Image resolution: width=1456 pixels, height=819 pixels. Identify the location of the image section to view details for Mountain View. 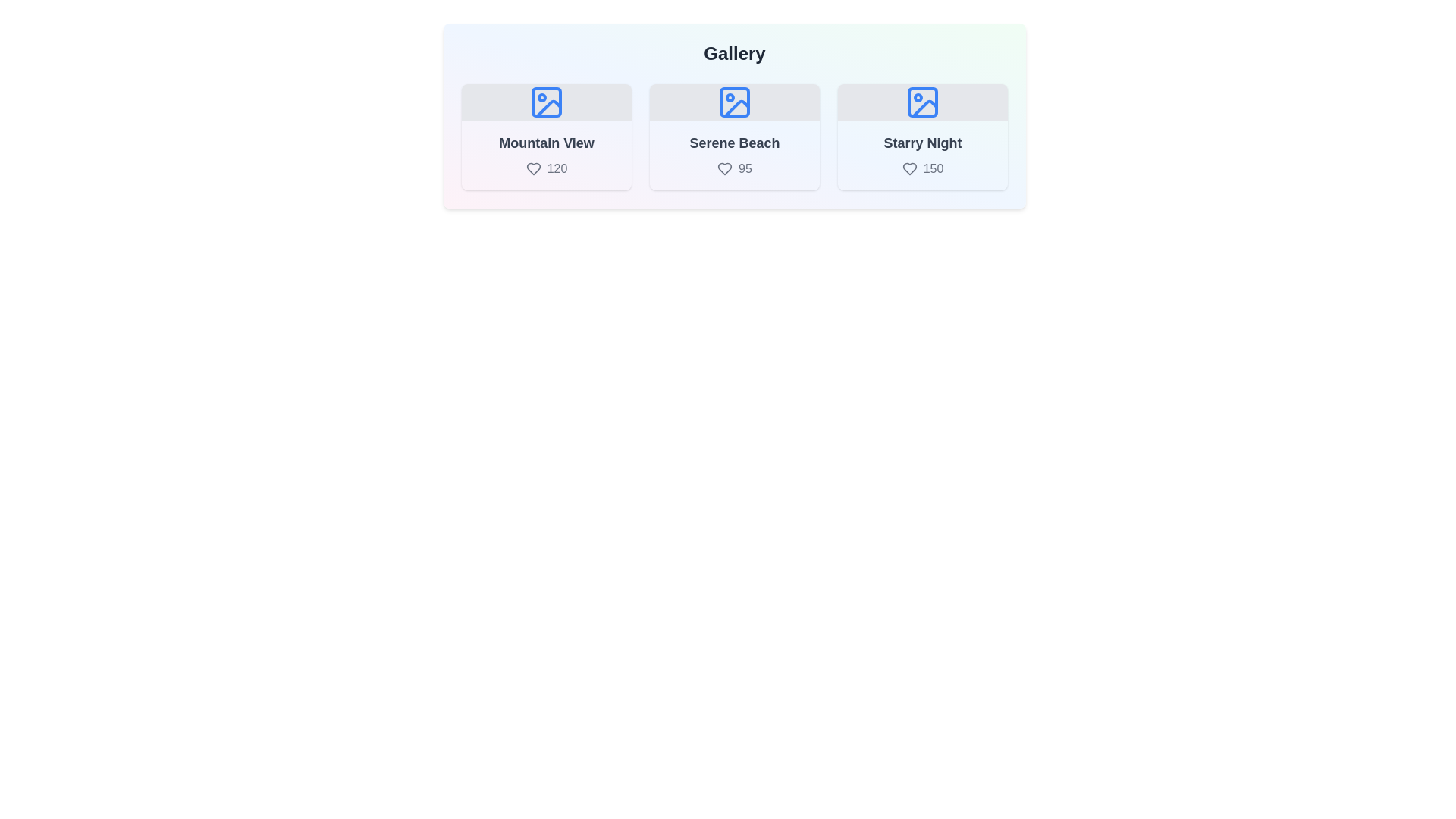
(546, 137).